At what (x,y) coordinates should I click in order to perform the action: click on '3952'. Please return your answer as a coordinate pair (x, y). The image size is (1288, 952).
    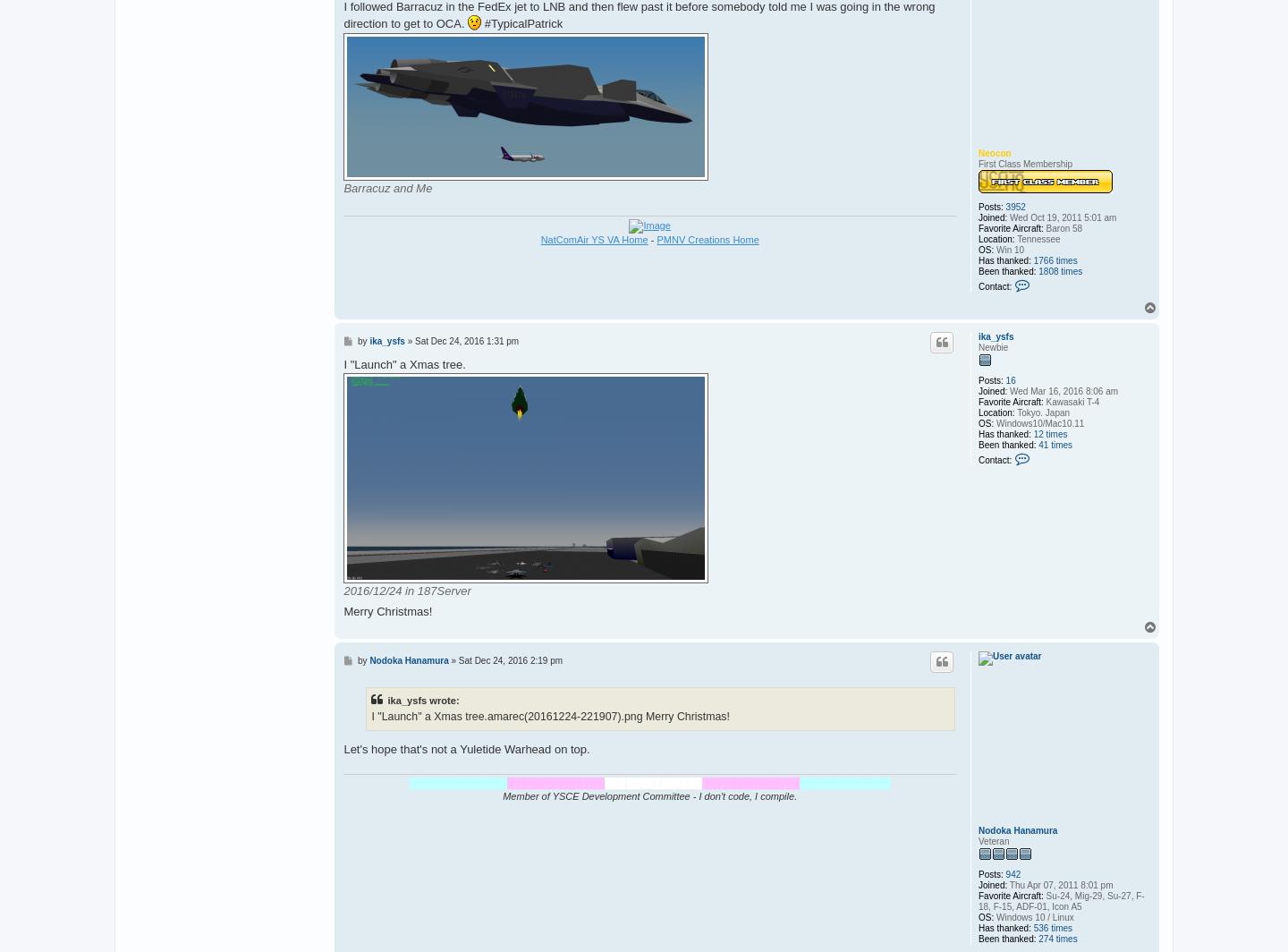
    Looking at the image, I should click on (1014, 207).